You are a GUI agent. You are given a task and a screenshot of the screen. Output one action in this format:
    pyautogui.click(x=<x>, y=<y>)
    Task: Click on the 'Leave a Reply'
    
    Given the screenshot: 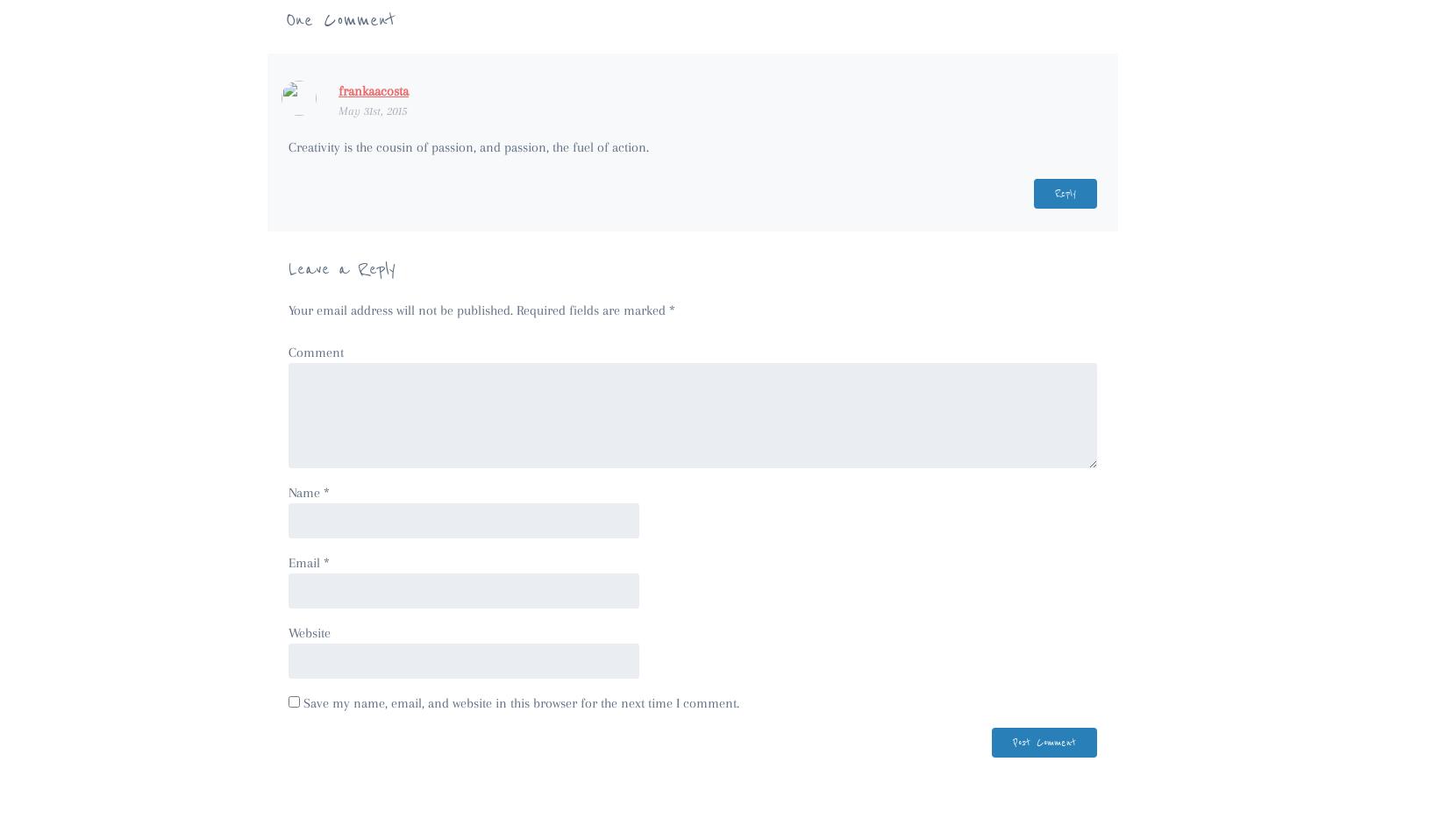 What is the action you would take?
    pyautogui.click(x=289, y=268)
    